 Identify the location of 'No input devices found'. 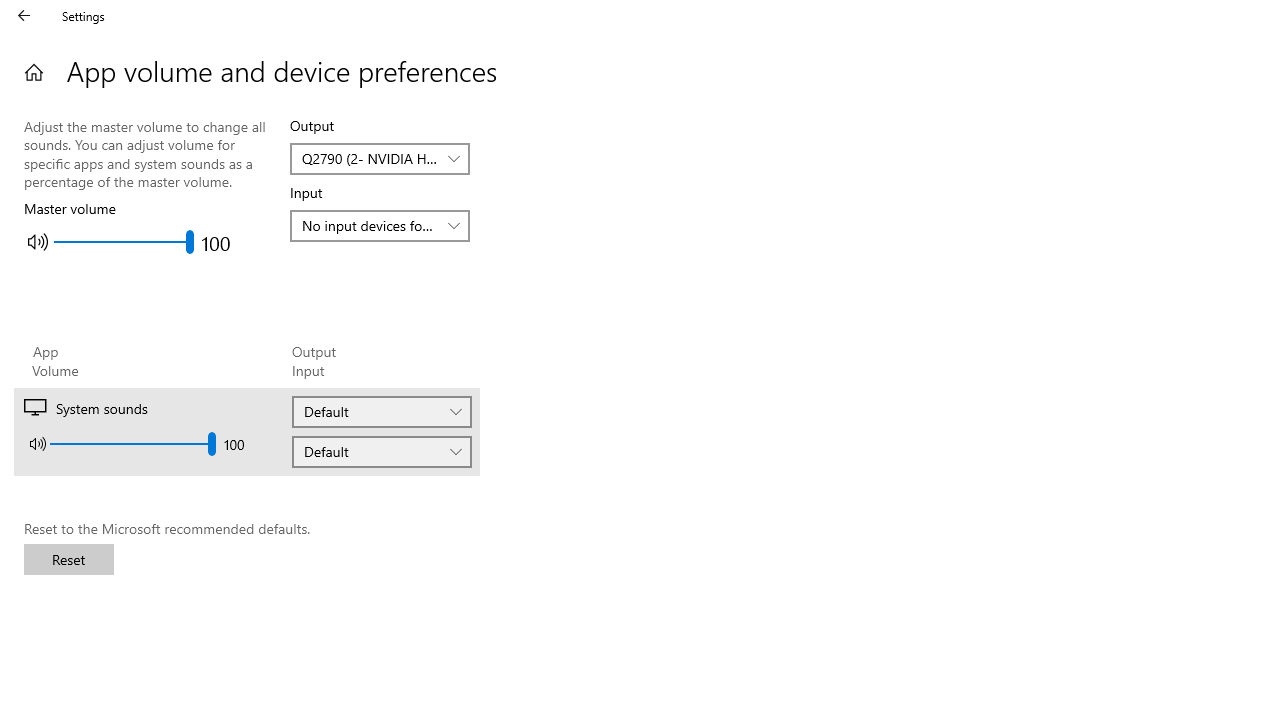
(369, 225).